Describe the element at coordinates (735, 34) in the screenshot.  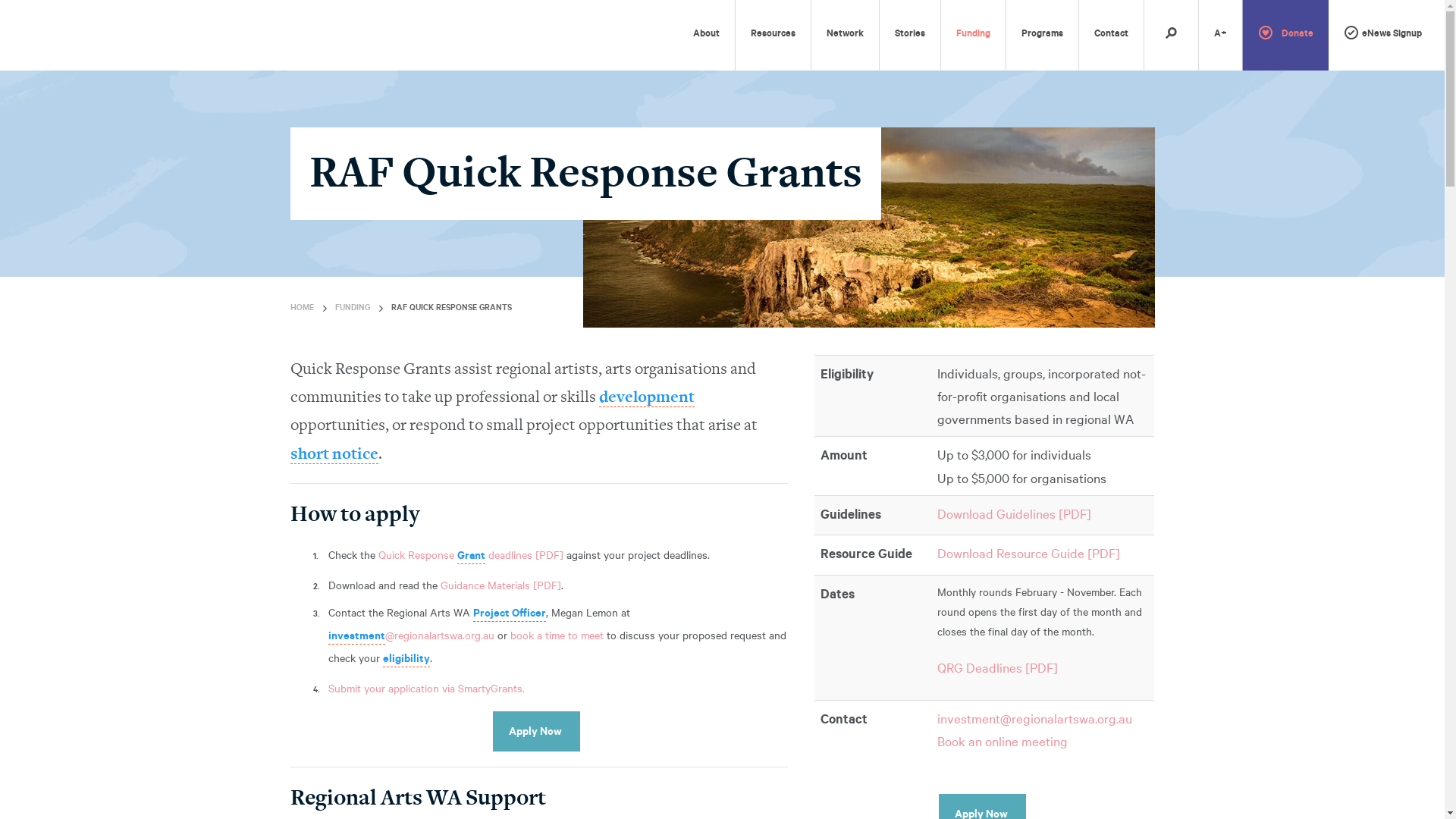
I see `'Resources'` at that location.